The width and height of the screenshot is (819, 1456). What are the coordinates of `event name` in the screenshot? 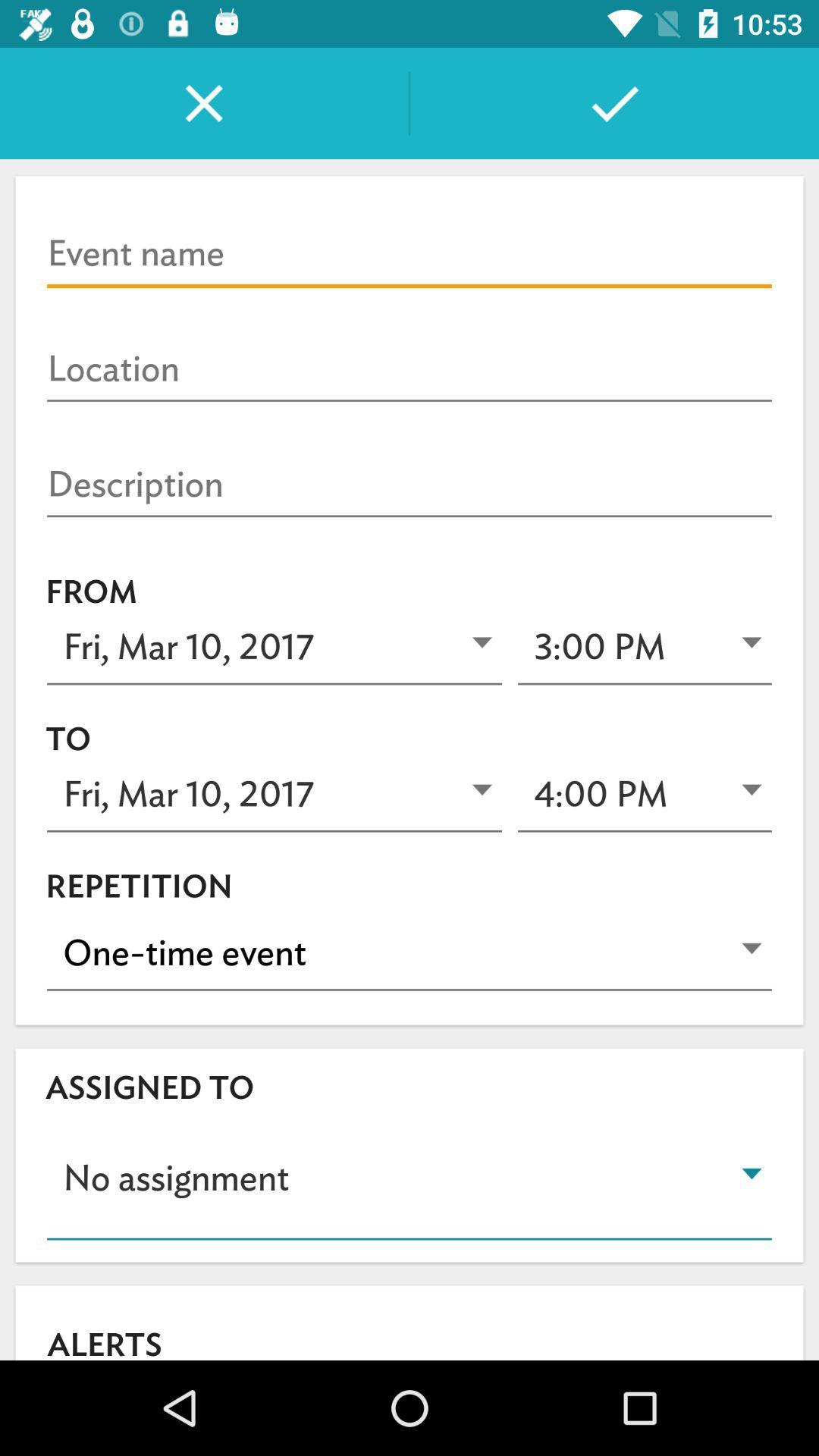 It's located at (409, 254).